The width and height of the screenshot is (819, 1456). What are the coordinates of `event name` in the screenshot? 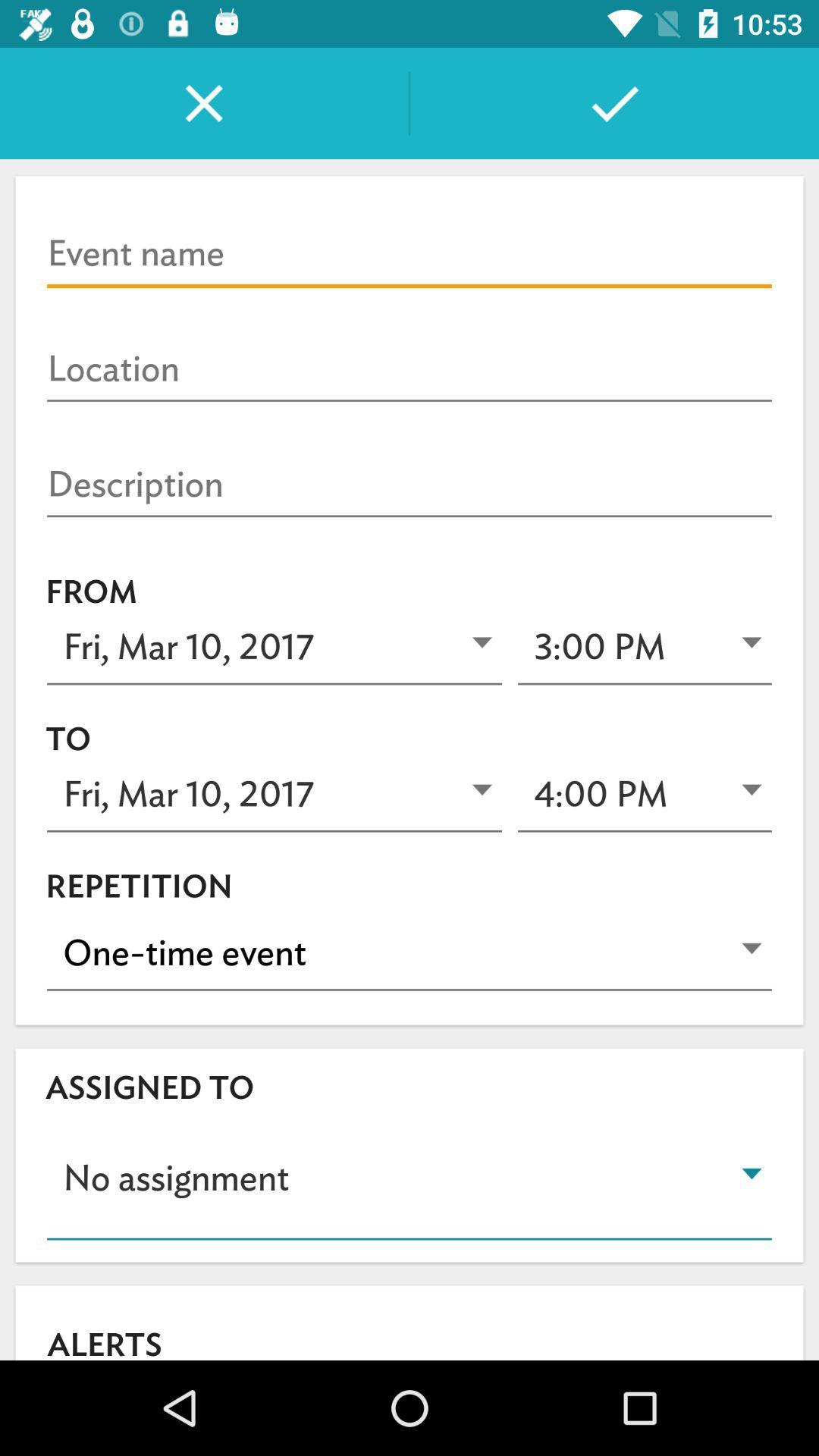 It's located at (409, 254).